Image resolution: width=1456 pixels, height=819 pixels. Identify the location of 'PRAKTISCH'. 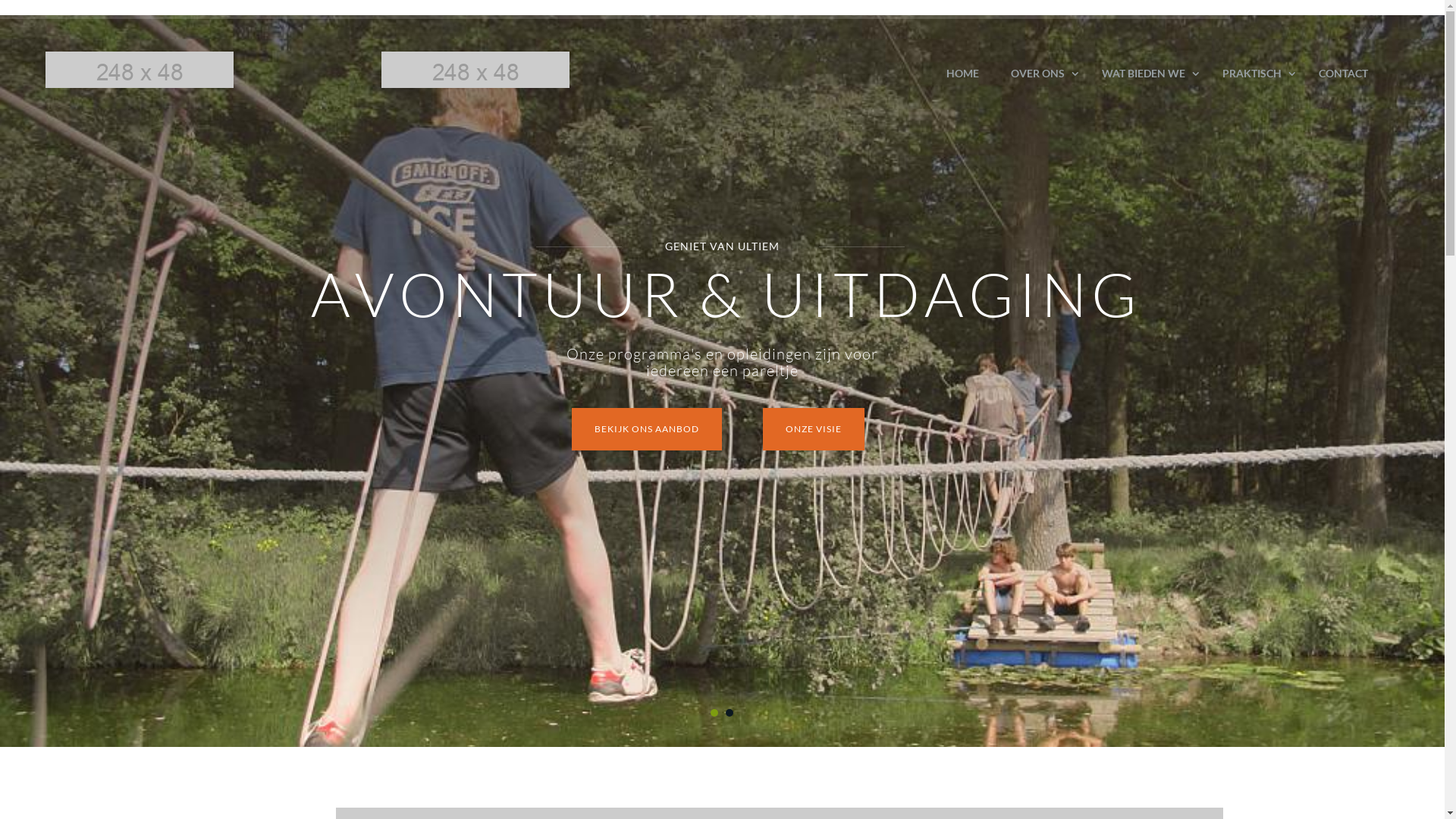
(1205, 73).